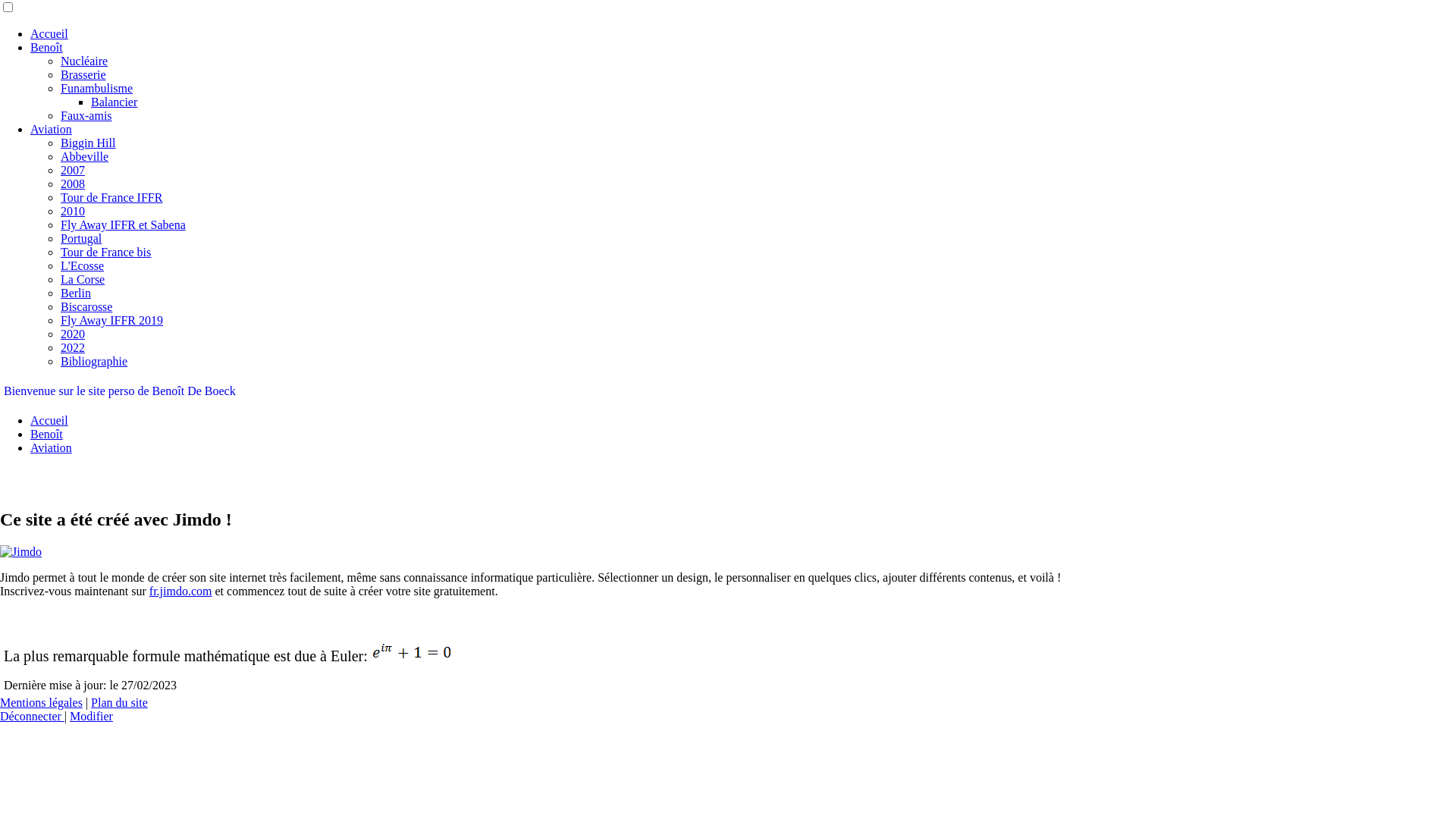 The height and width of the screenshot is (819, 1456). What do you see at coordinates (51, 128) in the screenshot?
I see `'Aviation'` at bounding box center [51, 128].